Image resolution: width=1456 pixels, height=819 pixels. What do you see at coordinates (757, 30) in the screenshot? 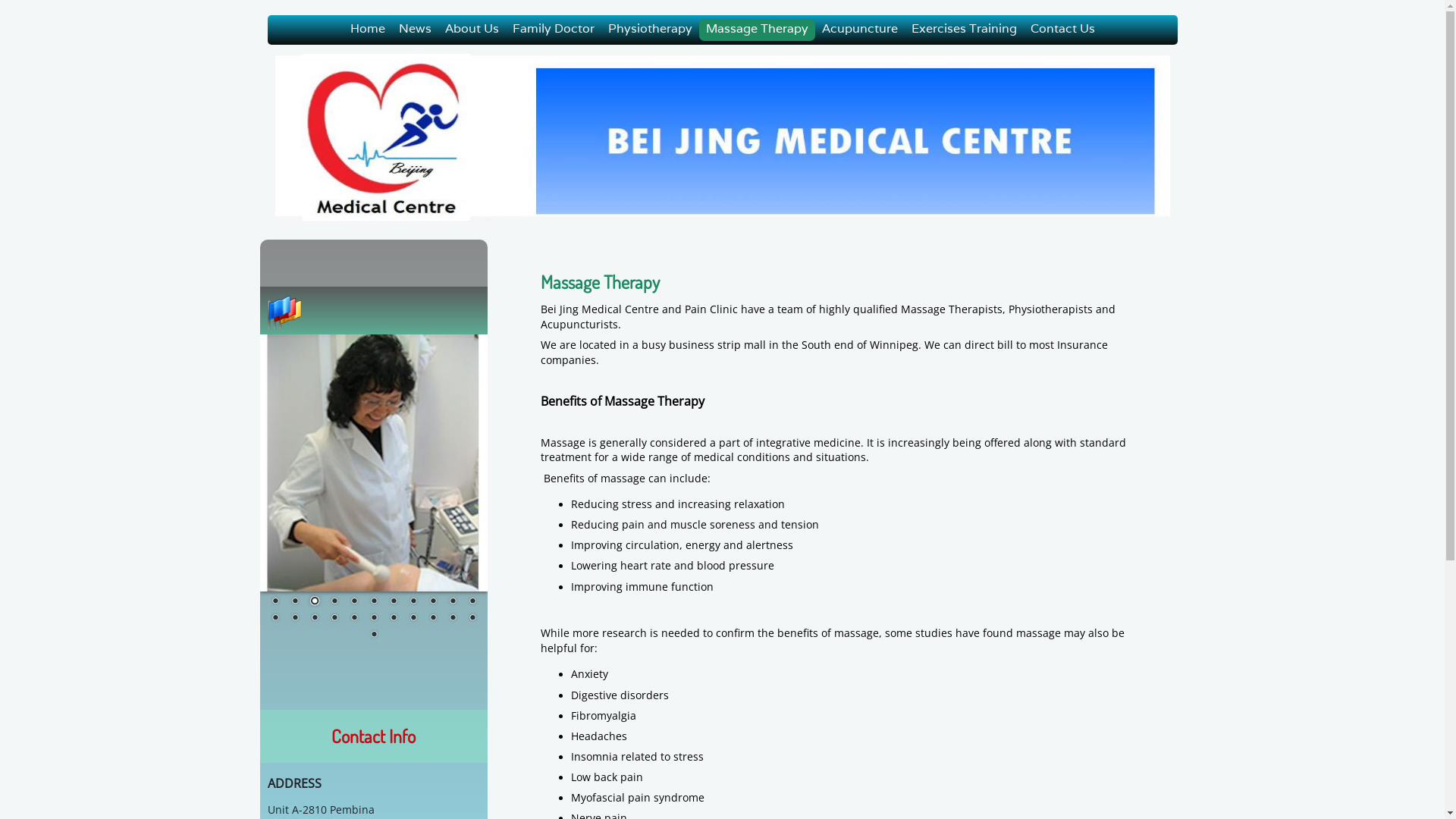
I see `'Massage Therapy'` at bounding box center [757, 30].